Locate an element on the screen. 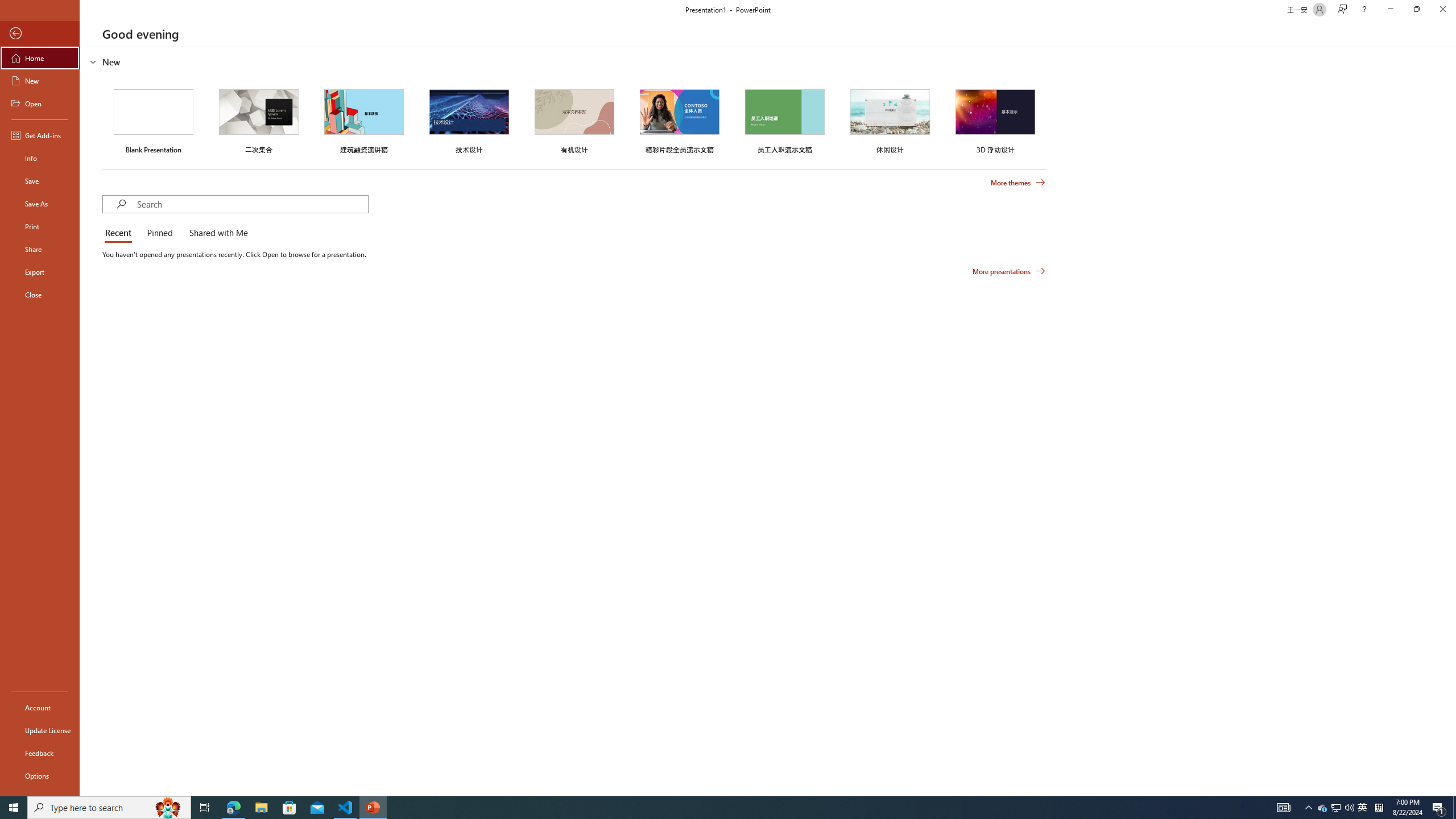  'Update License' is located at coordinates (39, 730).